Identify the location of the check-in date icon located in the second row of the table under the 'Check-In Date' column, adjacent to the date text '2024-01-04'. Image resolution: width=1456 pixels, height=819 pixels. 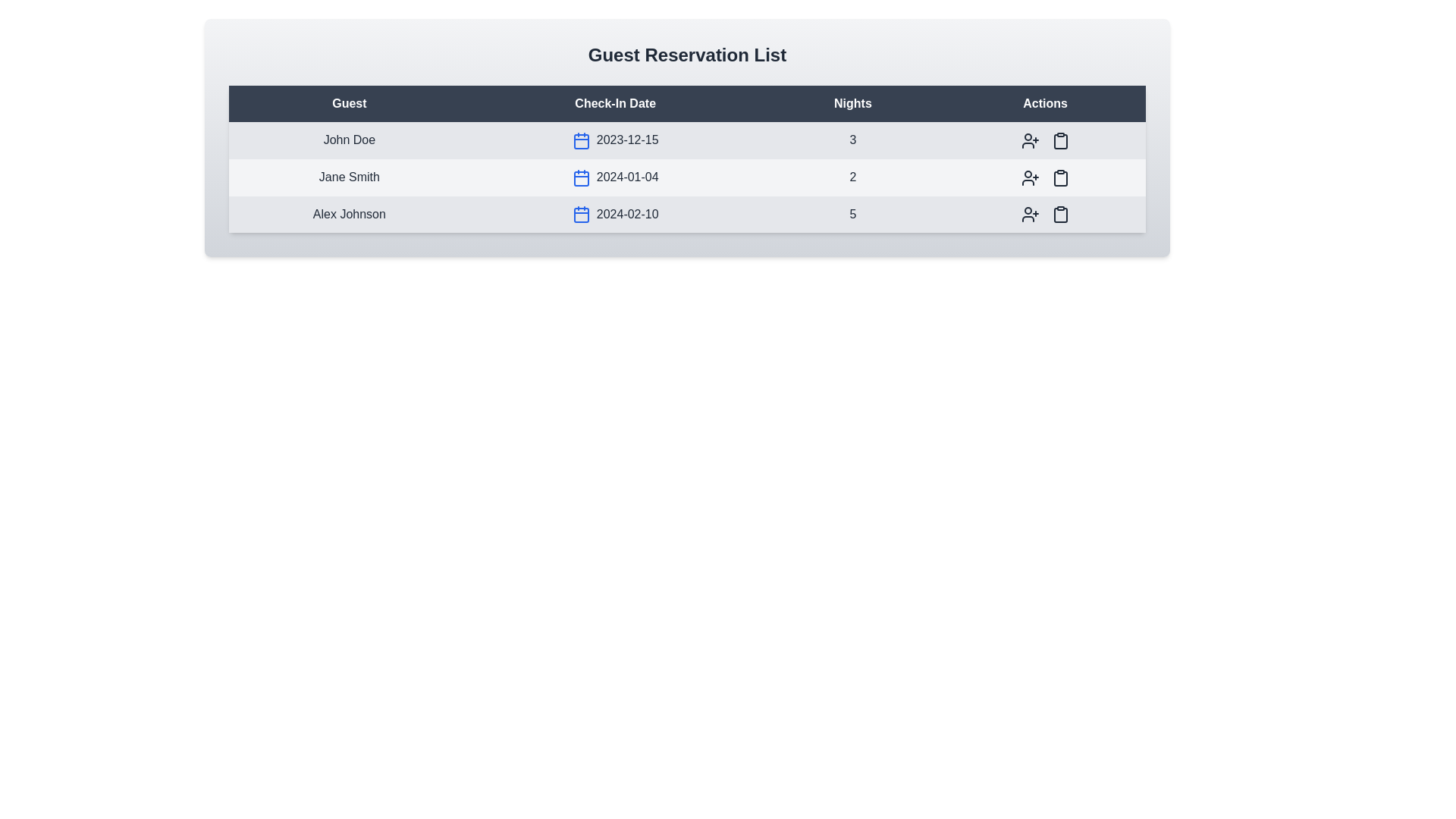
(580, 177).